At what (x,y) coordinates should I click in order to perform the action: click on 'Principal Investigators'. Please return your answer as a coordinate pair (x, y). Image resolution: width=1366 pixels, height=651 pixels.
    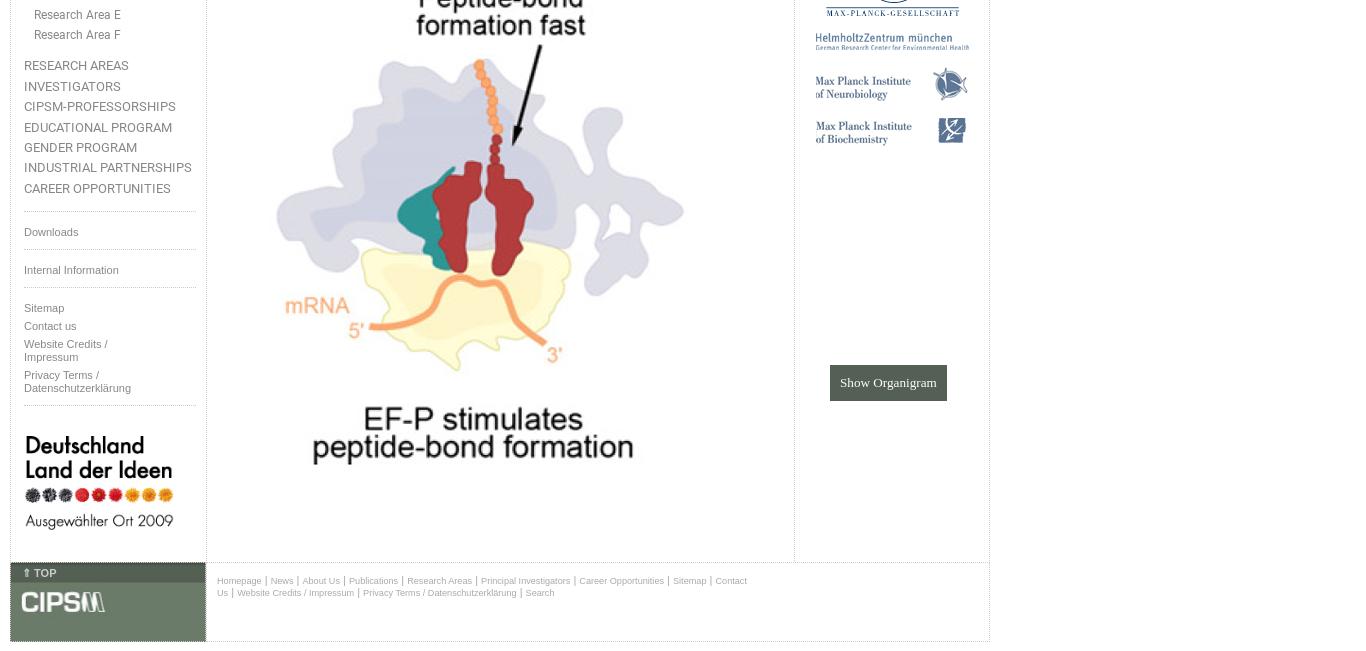
    Looking at the image, I should click on (525, 580).